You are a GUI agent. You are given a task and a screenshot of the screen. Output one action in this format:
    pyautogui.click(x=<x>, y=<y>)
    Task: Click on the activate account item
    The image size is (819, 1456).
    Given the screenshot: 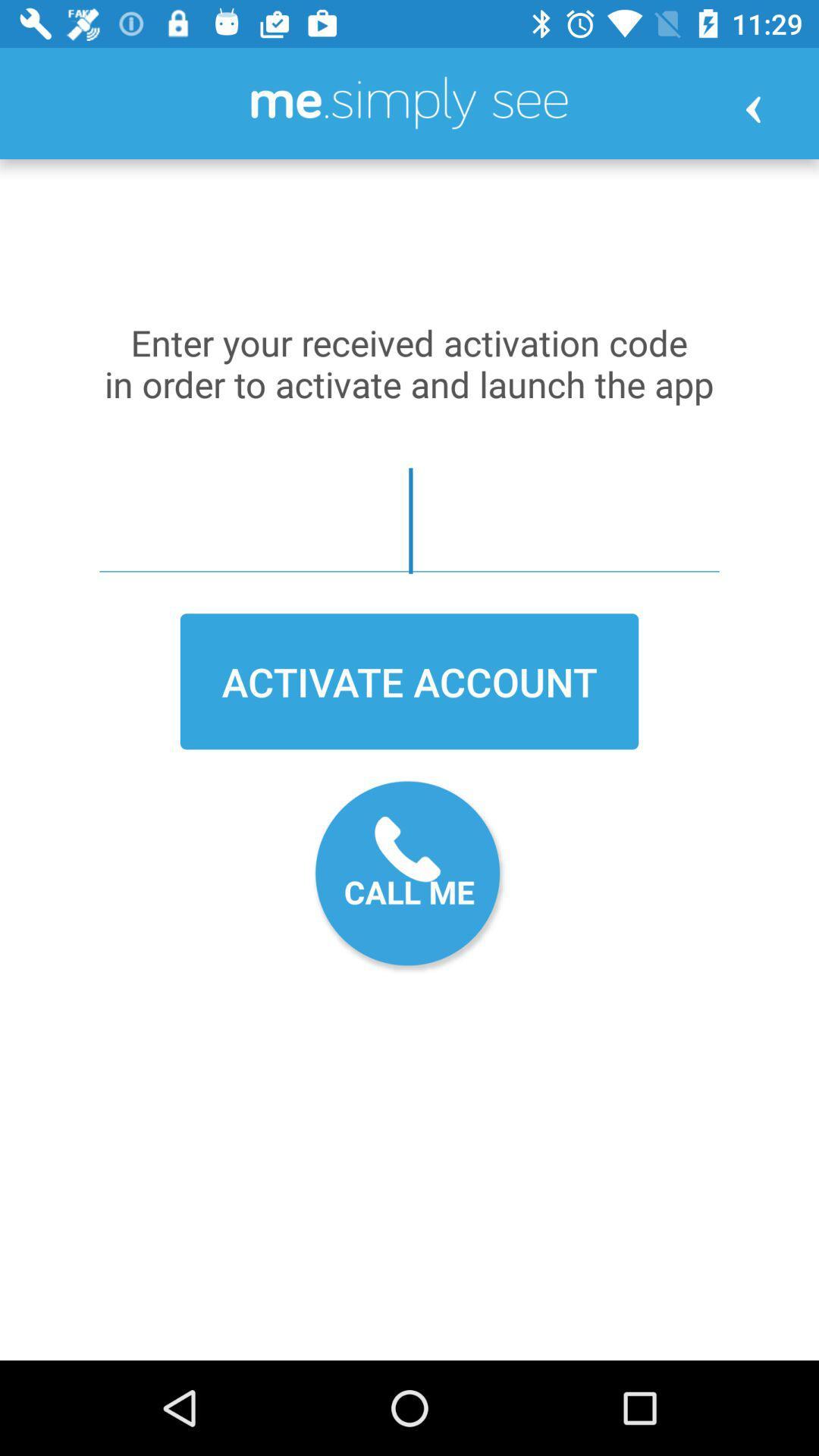 What is the action you would take?
    pyautogui.click(x=409, y=680)
    